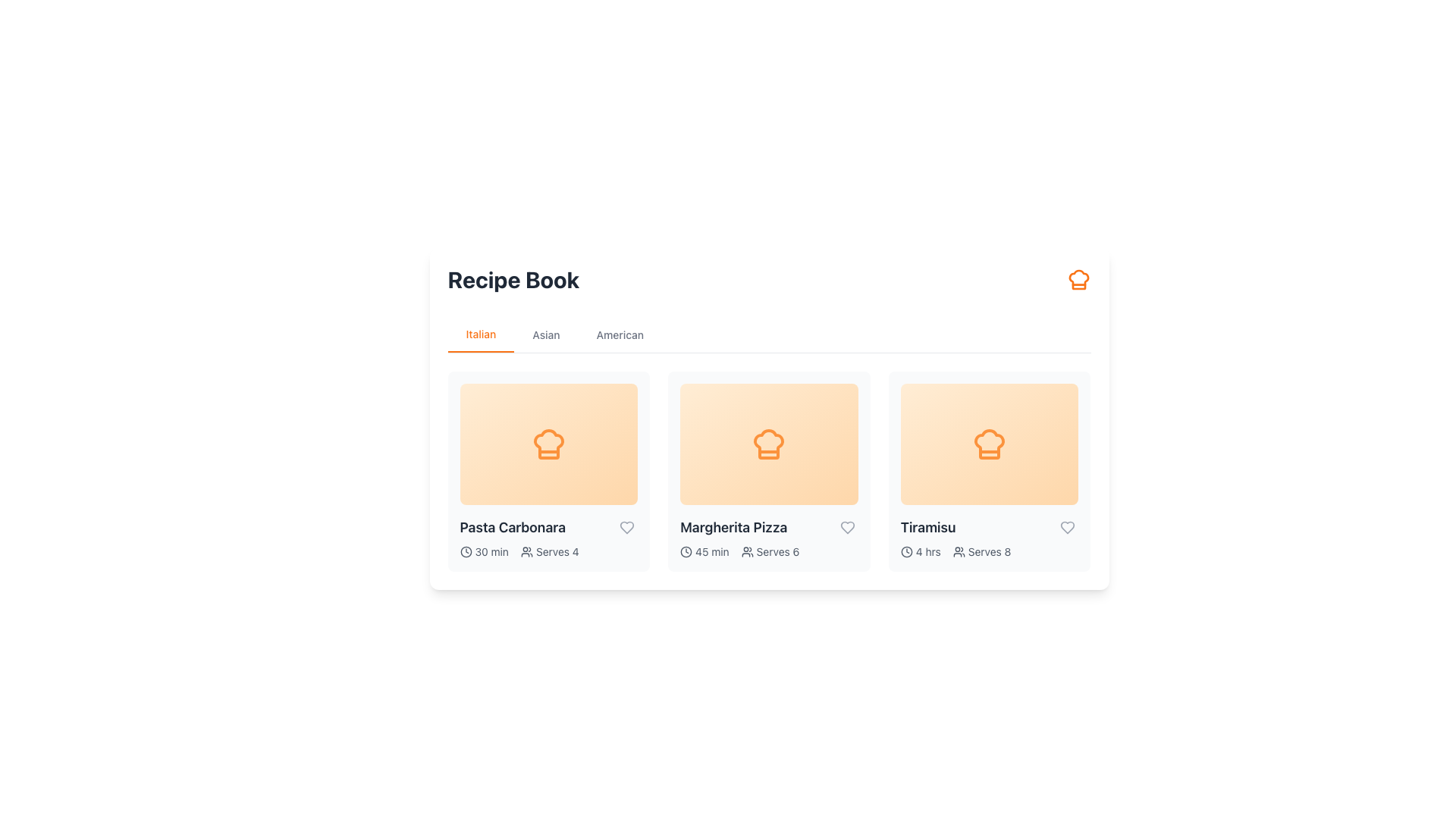  I want to click on the heart icon button located at the bottom right corner of the 'Pasta Carbonara' recipe card in the Italian recipes section, so click(627, 526).